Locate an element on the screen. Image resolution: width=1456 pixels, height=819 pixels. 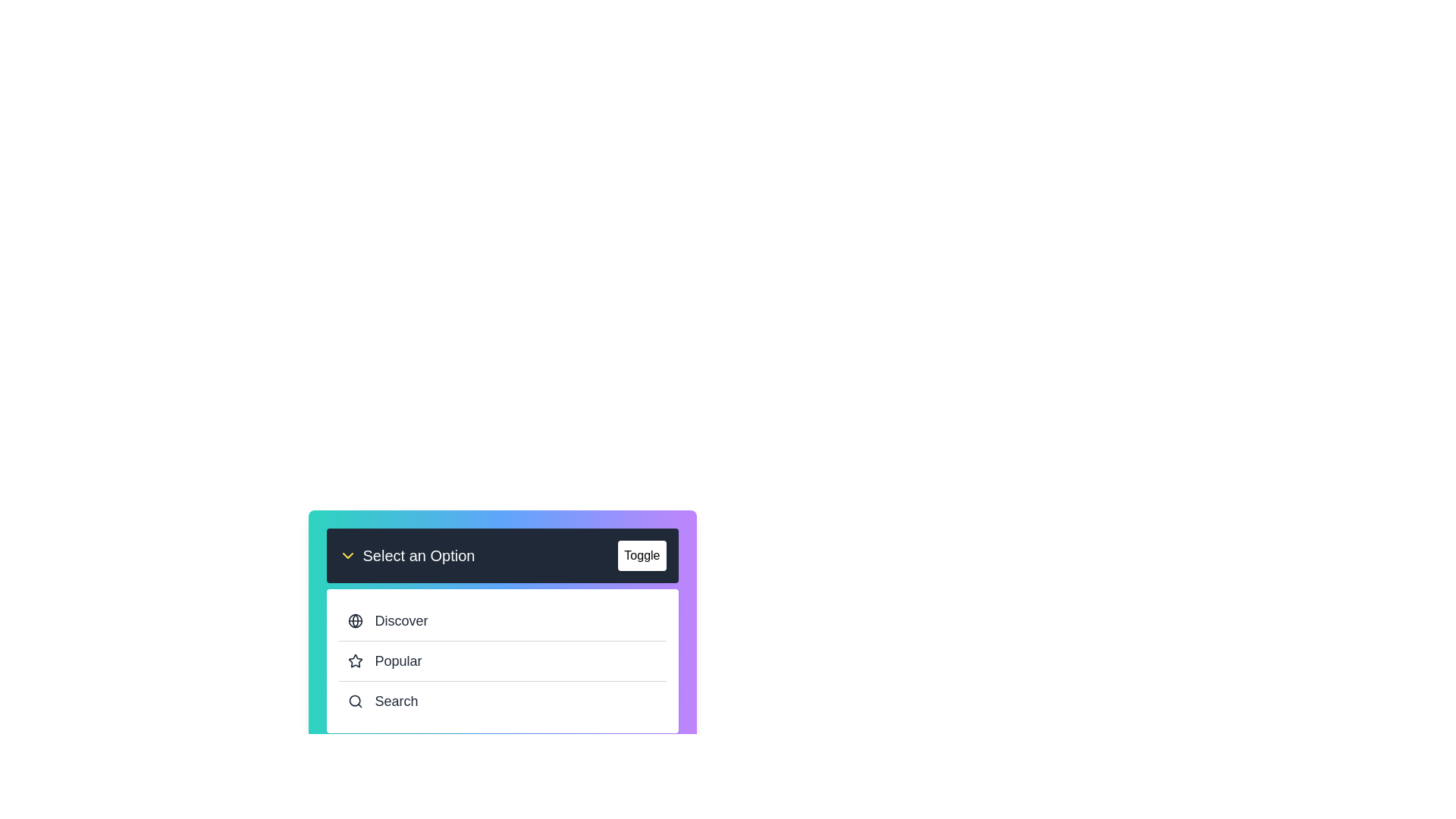
the 'Toggle' button to toggle the dropdown menu is located at coordinates (642, 555).